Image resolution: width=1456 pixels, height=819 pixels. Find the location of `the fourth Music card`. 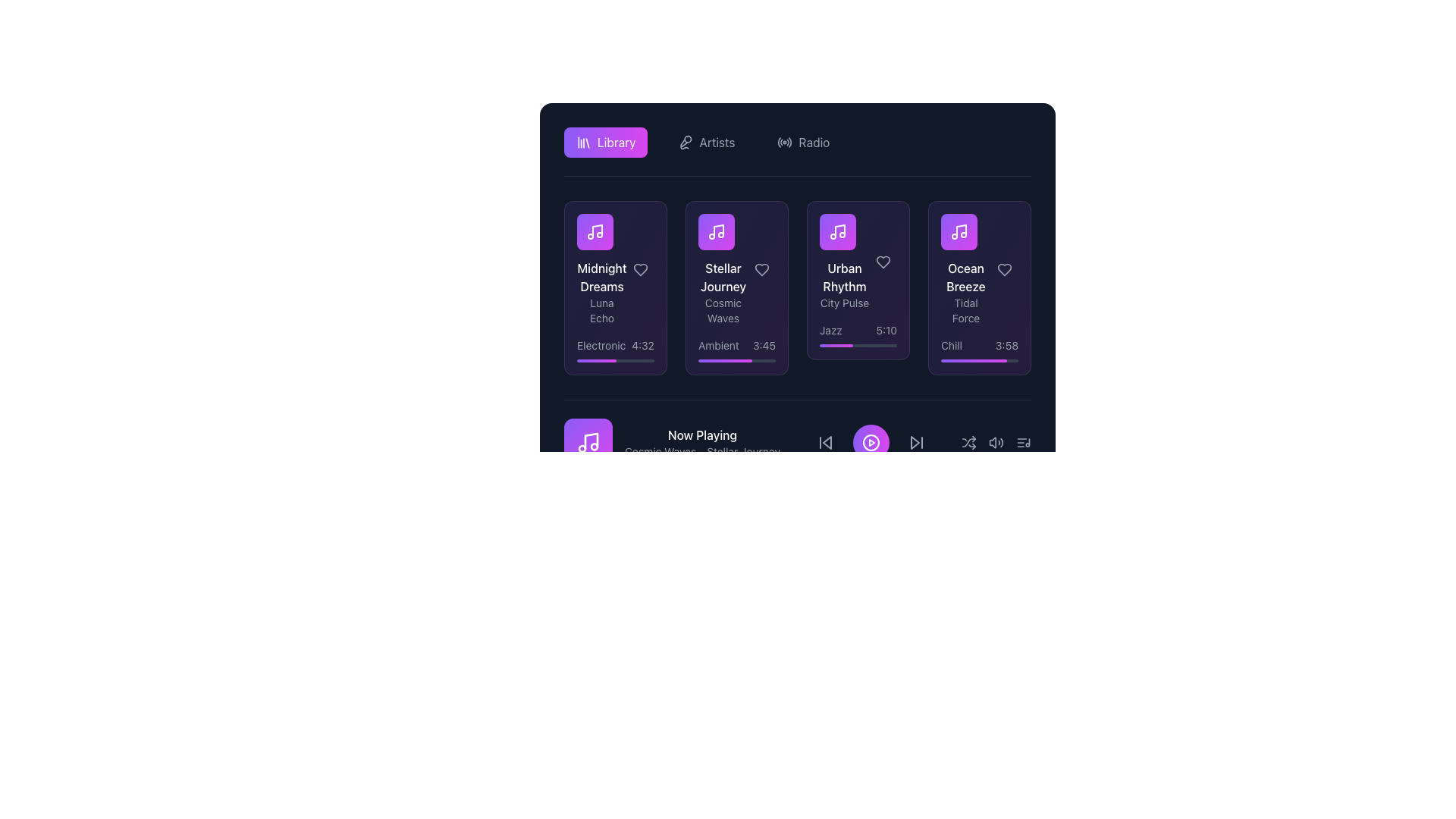

the fourth Music card is located at coordinates (979, 288).